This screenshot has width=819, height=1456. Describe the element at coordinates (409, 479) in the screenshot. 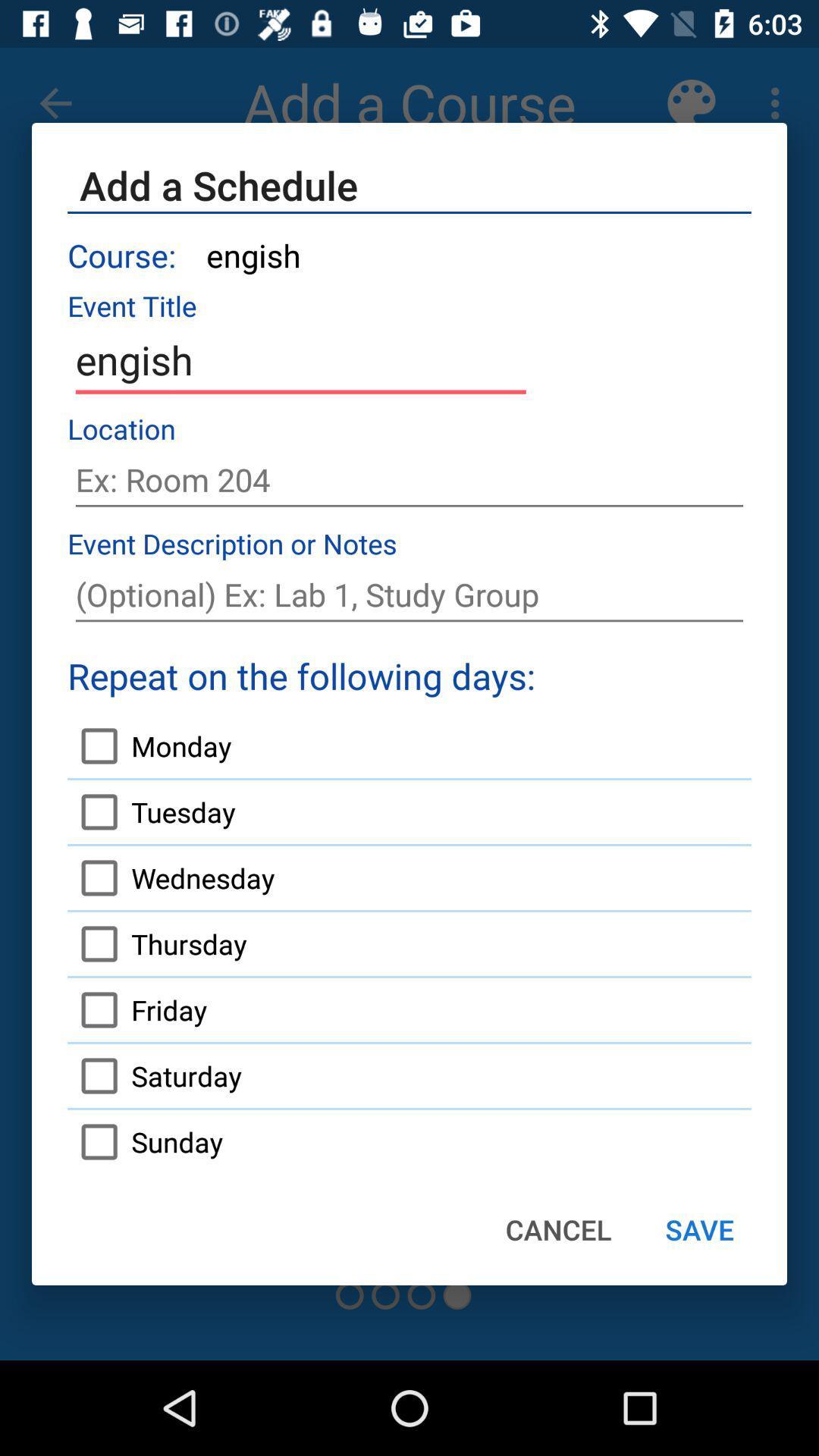

I see `insert class location` at that location.